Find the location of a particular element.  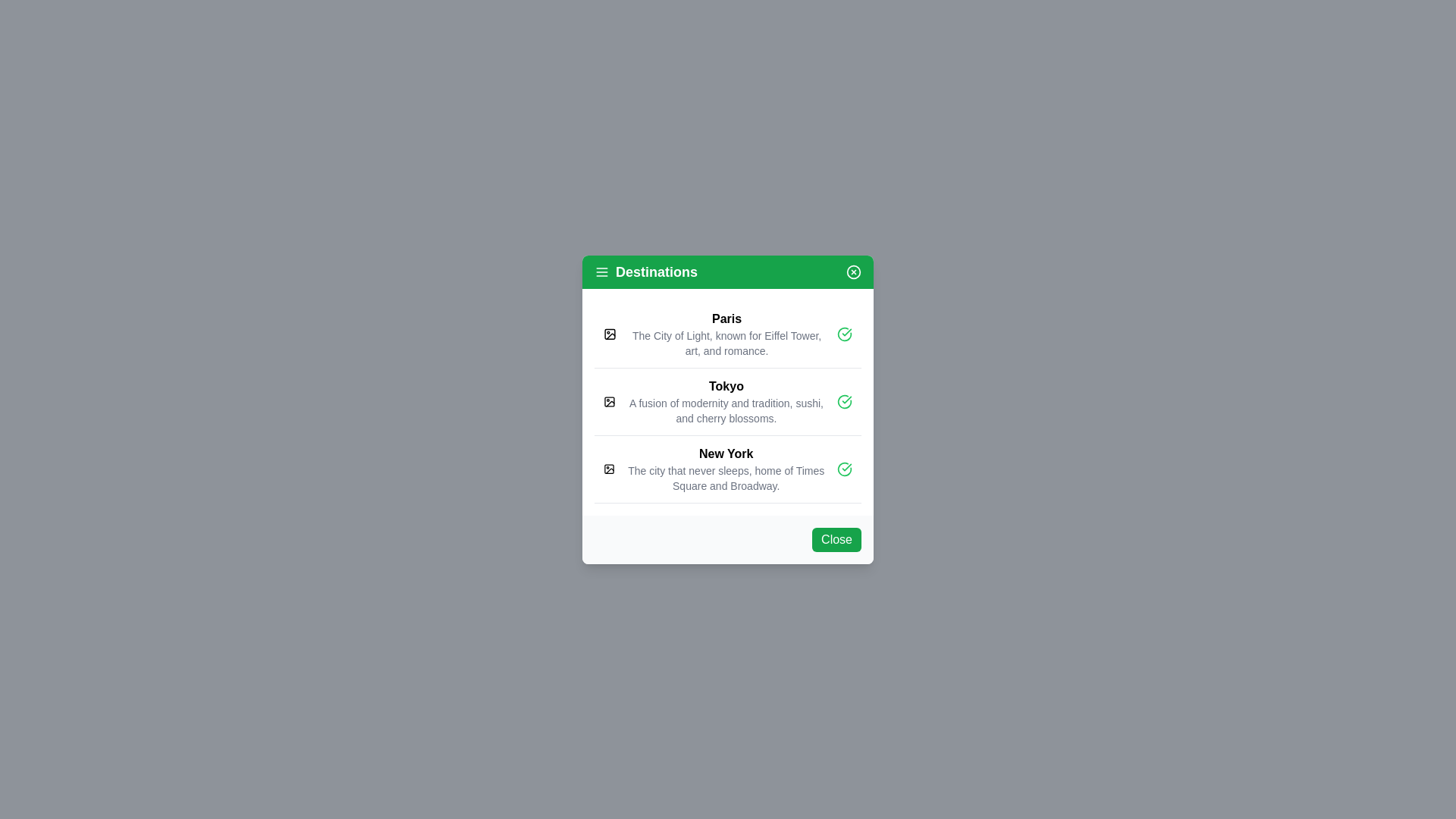

the bold text label displaying 'Tokyo', which is the second entry in the list of destinations within the green-titled modal labeled 'Destinations' is located at coordinates (725, 385).